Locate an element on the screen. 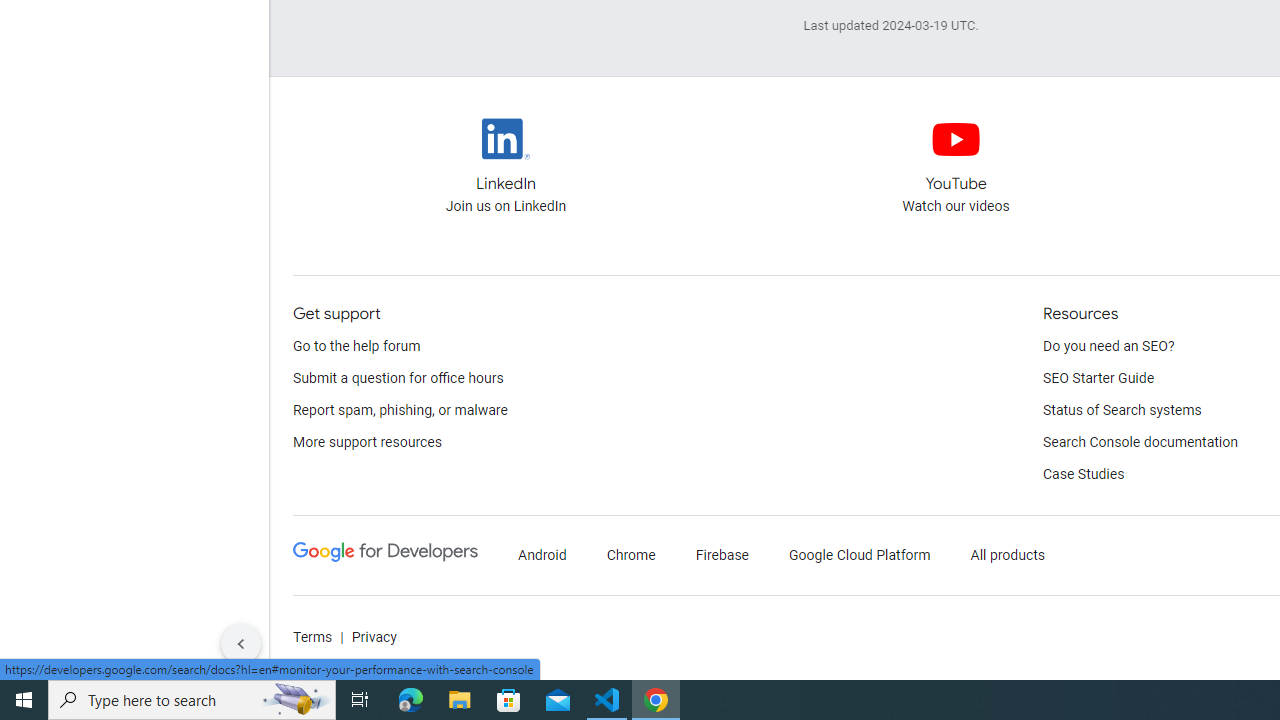  'LinkedIn' is located at coordinates (506, 137).